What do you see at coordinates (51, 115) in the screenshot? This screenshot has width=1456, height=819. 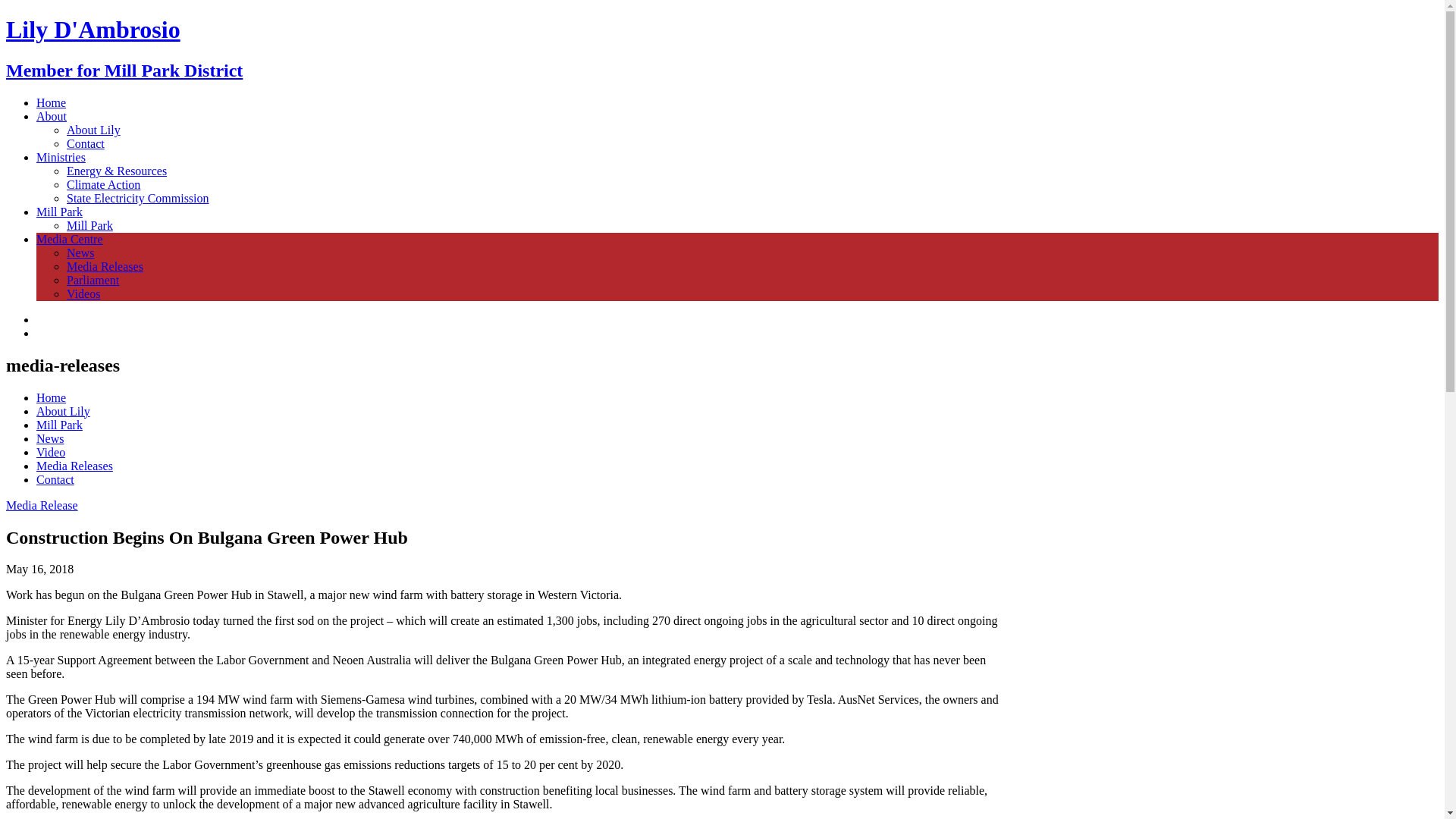 I see `'About'` at bounding box center [51, 115].